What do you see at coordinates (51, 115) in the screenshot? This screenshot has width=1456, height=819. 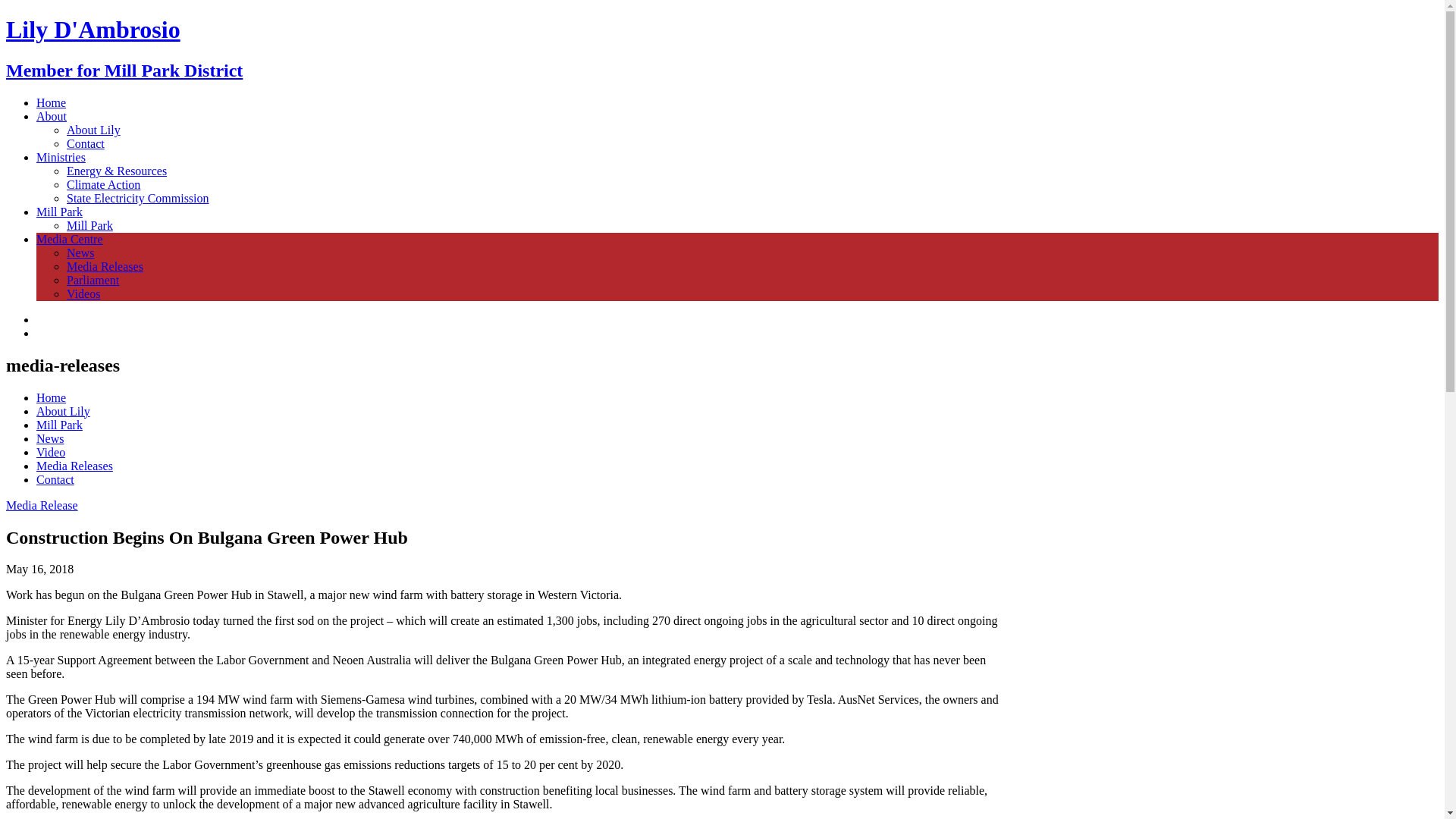 I see `'About'` at bounding box center [51, 115].